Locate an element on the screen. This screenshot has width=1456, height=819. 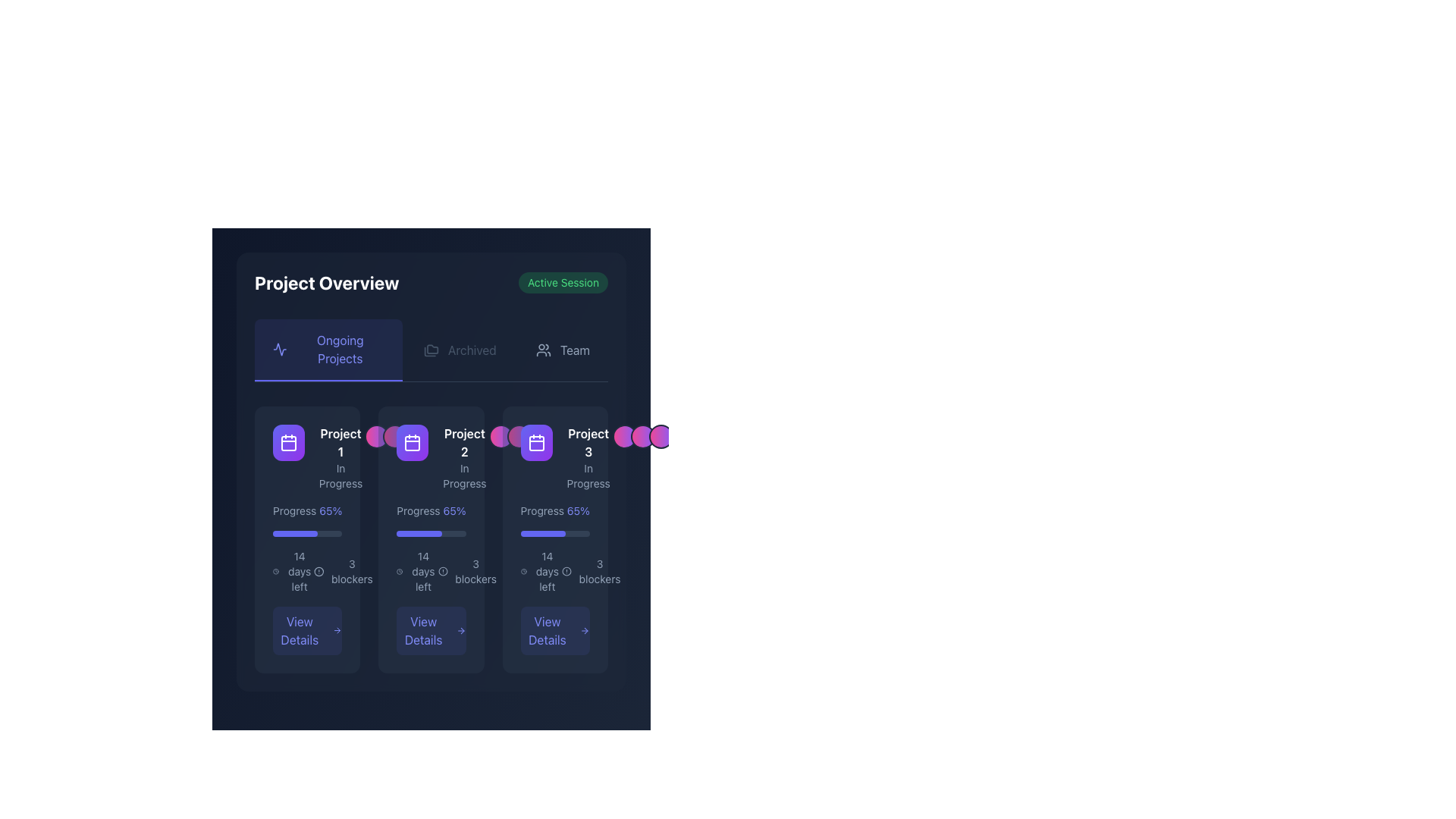
the progress percentage text element (65%) related to 'Project 3' located in the 'Progress' section of the dashboard is located at coordinates (578, 511).